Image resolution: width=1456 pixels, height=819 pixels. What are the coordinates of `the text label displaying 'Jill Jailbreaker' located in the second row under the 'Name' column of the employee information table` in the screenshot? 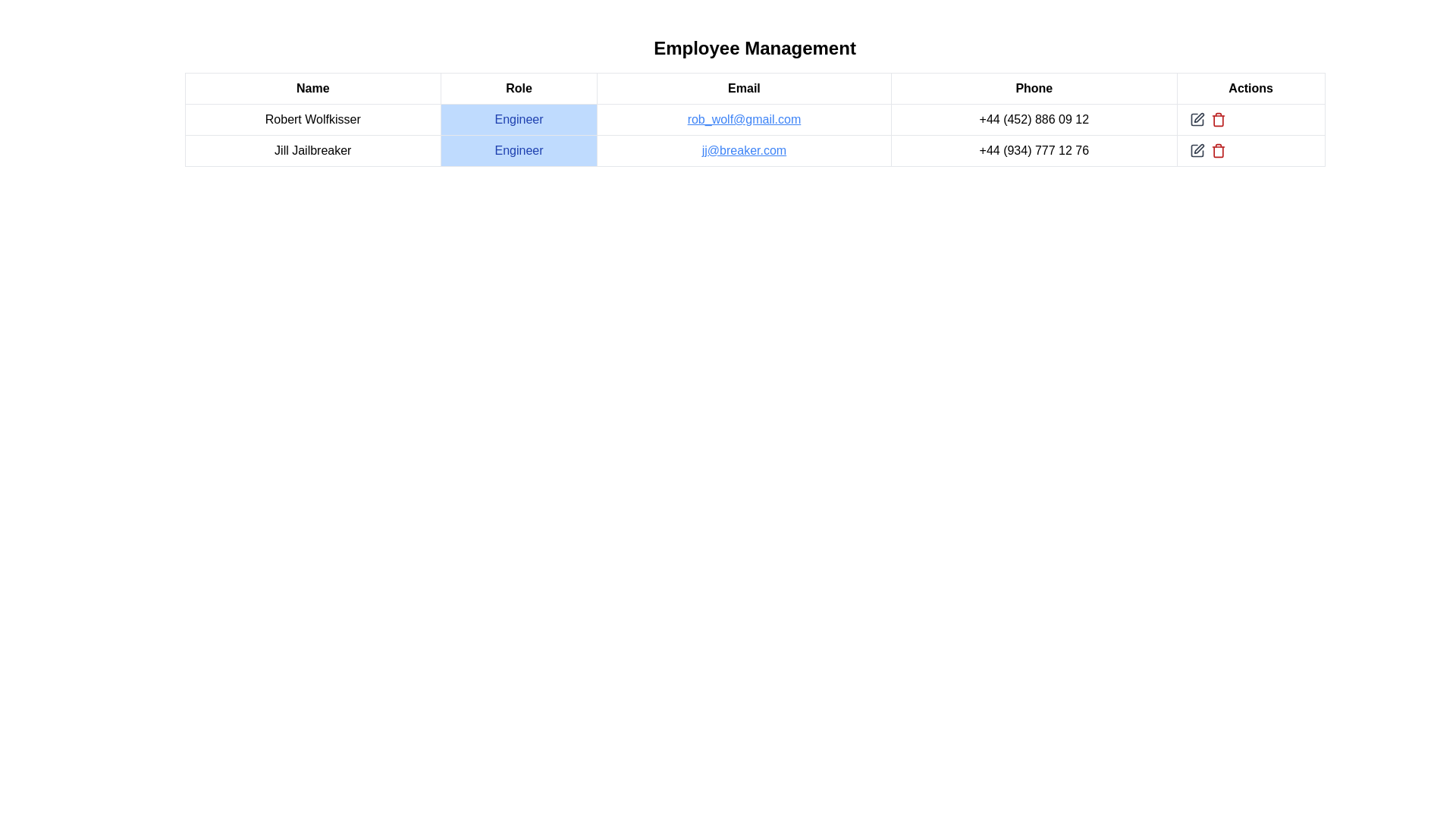 It's located at (312, 151).